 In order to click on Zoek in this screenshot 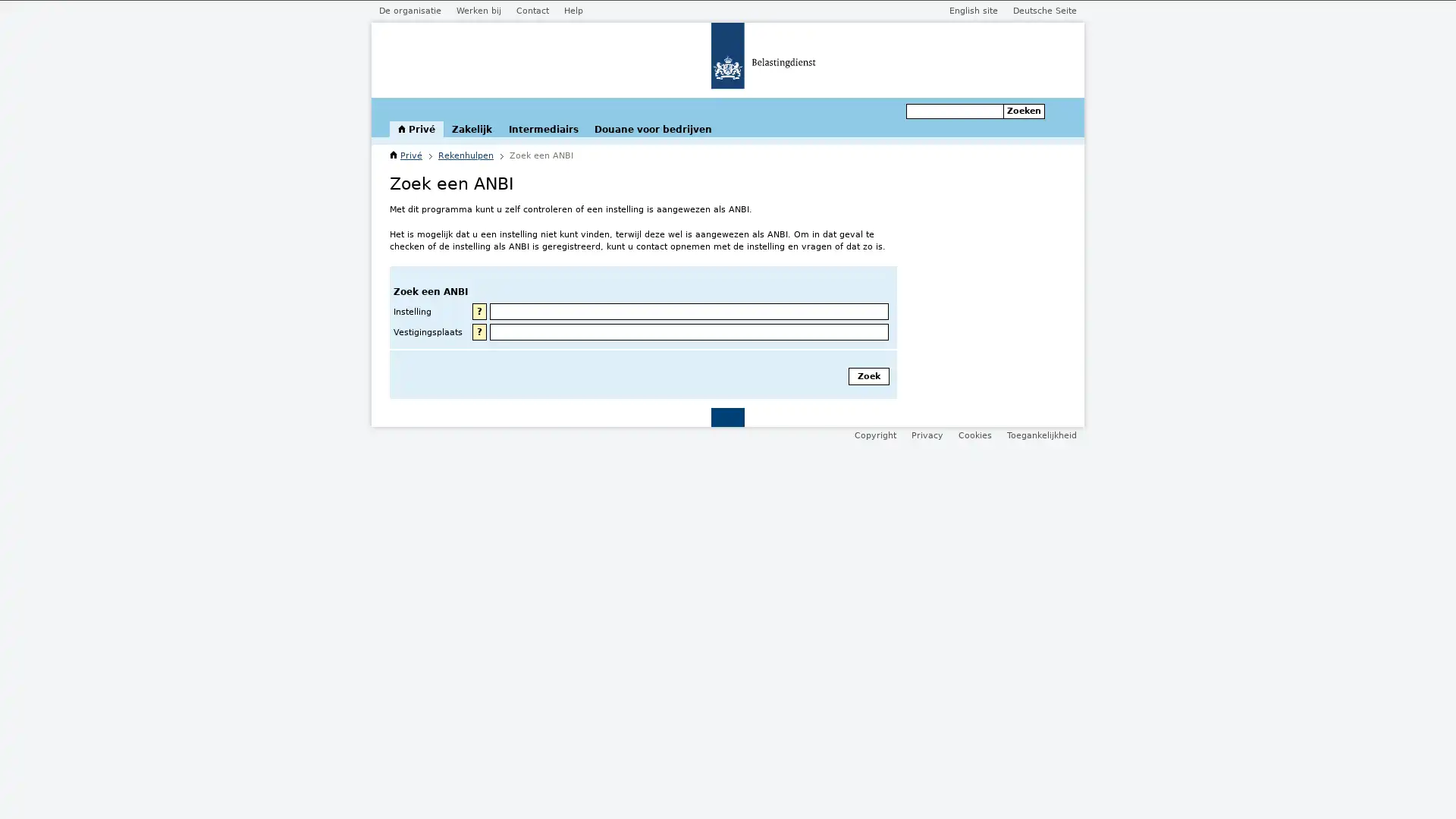, I will do `click(869, 375)`.